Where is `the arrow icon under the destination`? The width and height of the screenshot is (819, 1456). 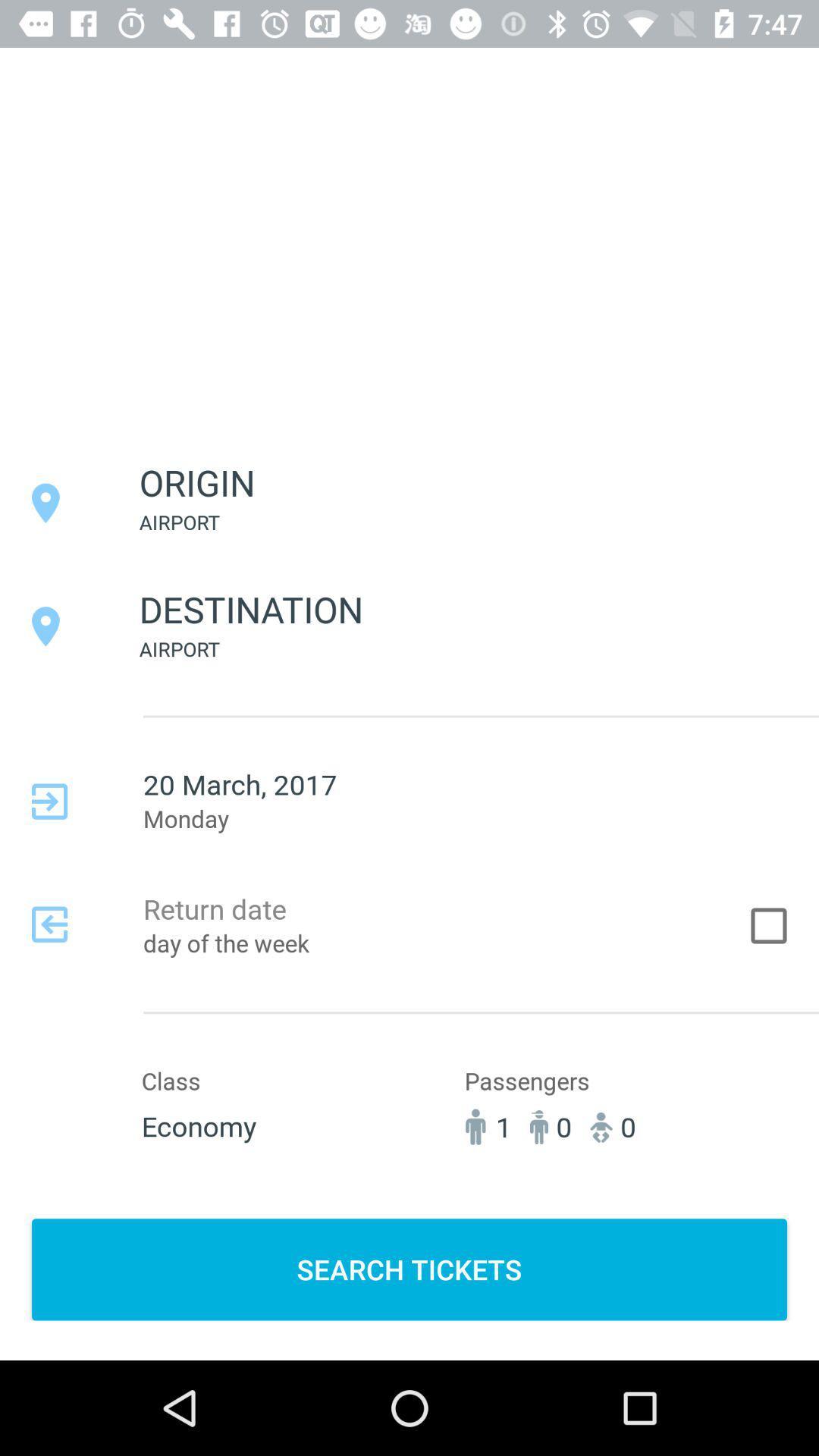 the arrow icon under the destination is located at coordinates (49, 801).